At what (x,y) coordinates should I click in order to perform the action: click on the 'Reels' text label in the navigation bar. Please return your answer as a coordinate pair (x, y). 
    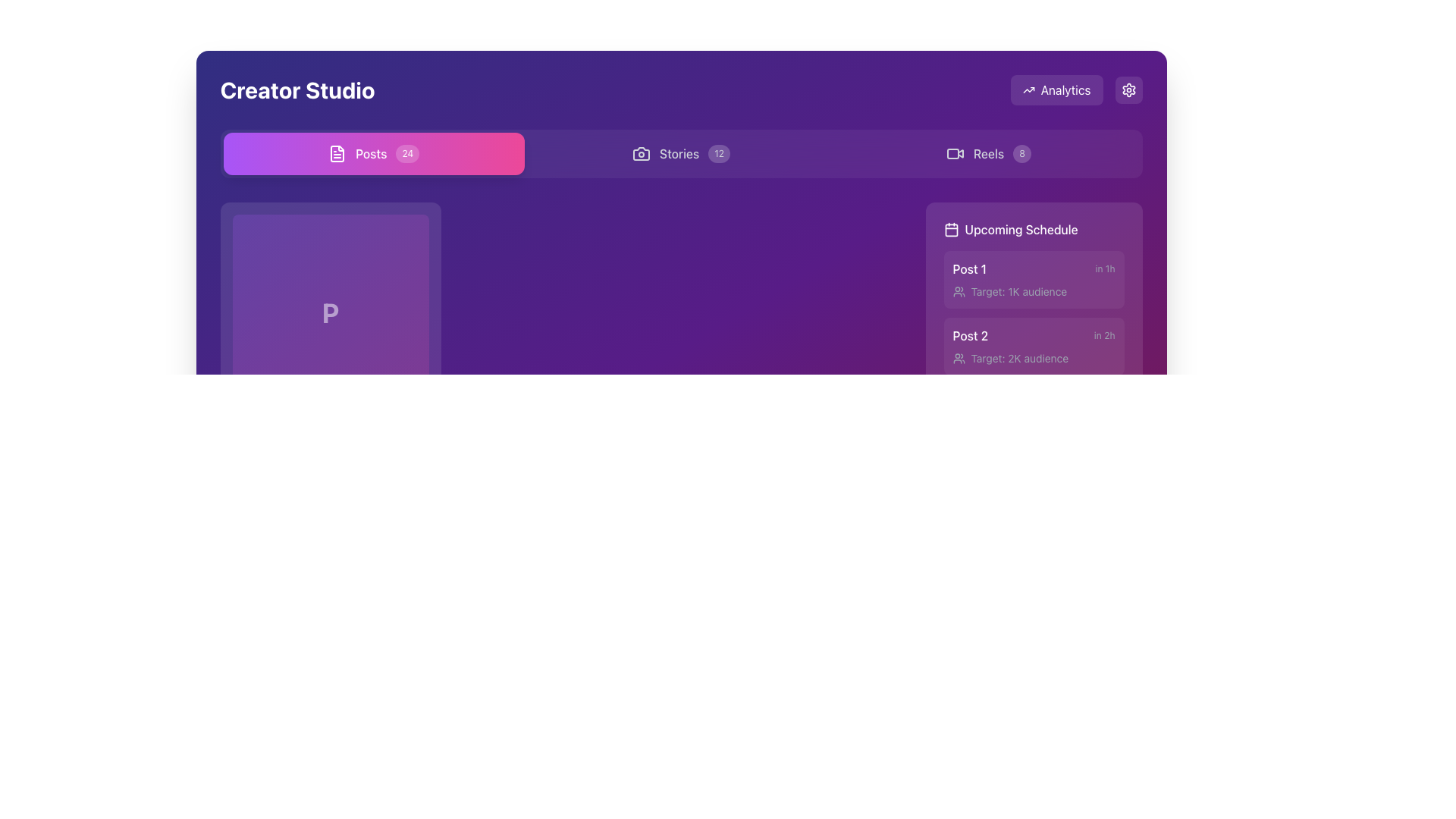
    Looking at the image, I should click on (989, 154).